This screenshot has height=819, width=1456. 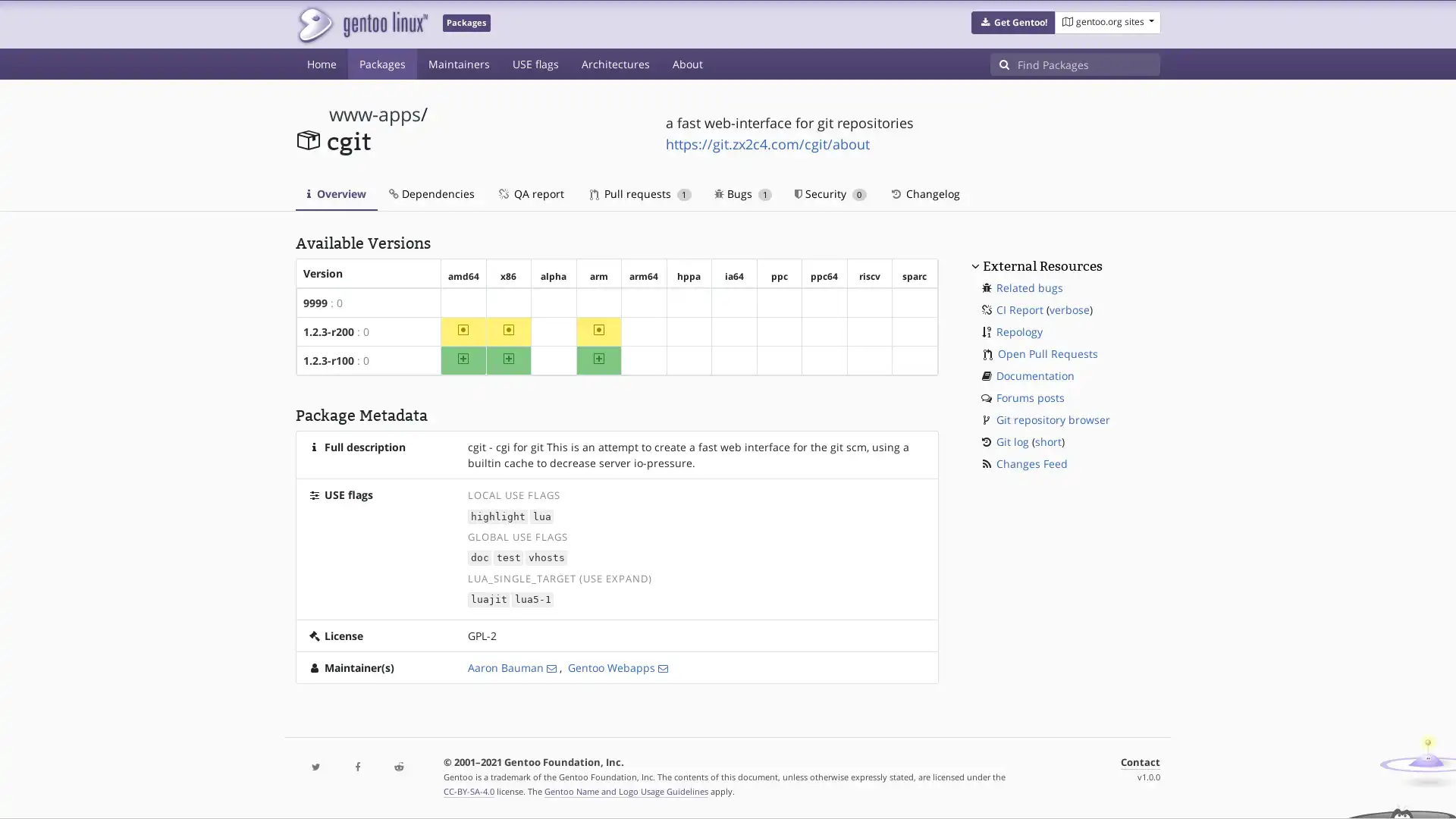 I want to click on Get Gentoo!, so click(x=1012, y=23).